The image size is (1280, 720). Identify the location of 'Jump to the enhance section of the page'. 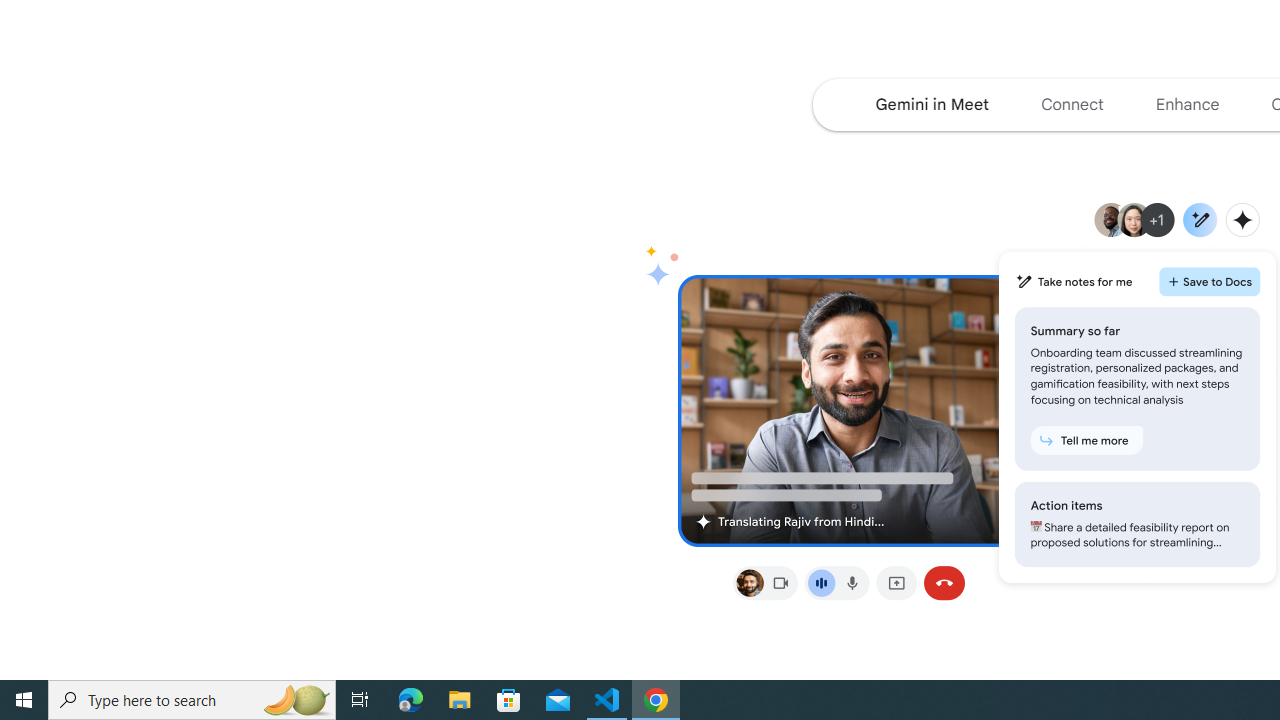
(1187, 104).